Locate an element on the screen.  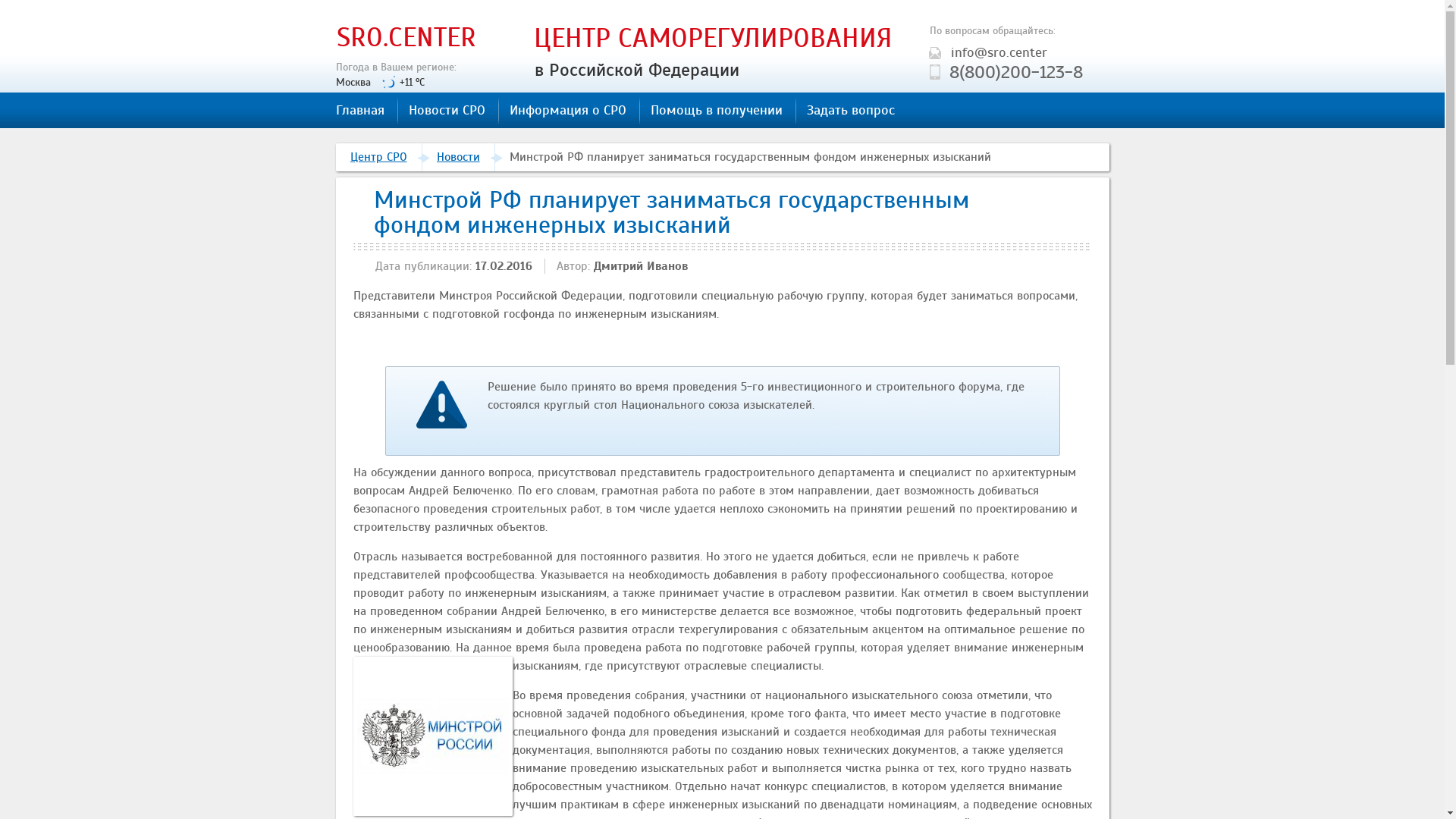
'SRO.CENTER' is located at coordinates (406, 36).